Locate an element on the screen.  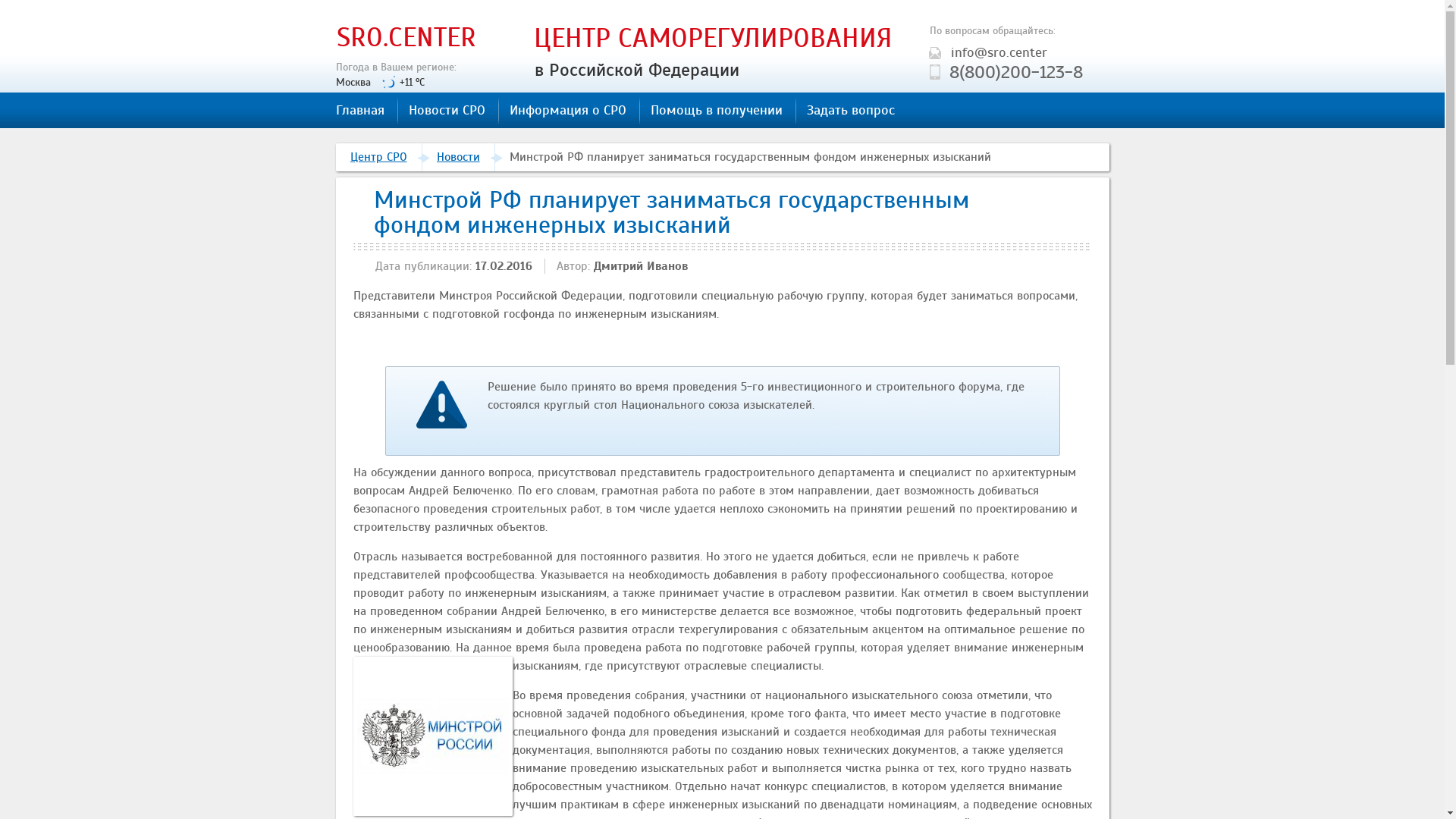
'SRO.CENTER' is located at coordinates (406, 36).